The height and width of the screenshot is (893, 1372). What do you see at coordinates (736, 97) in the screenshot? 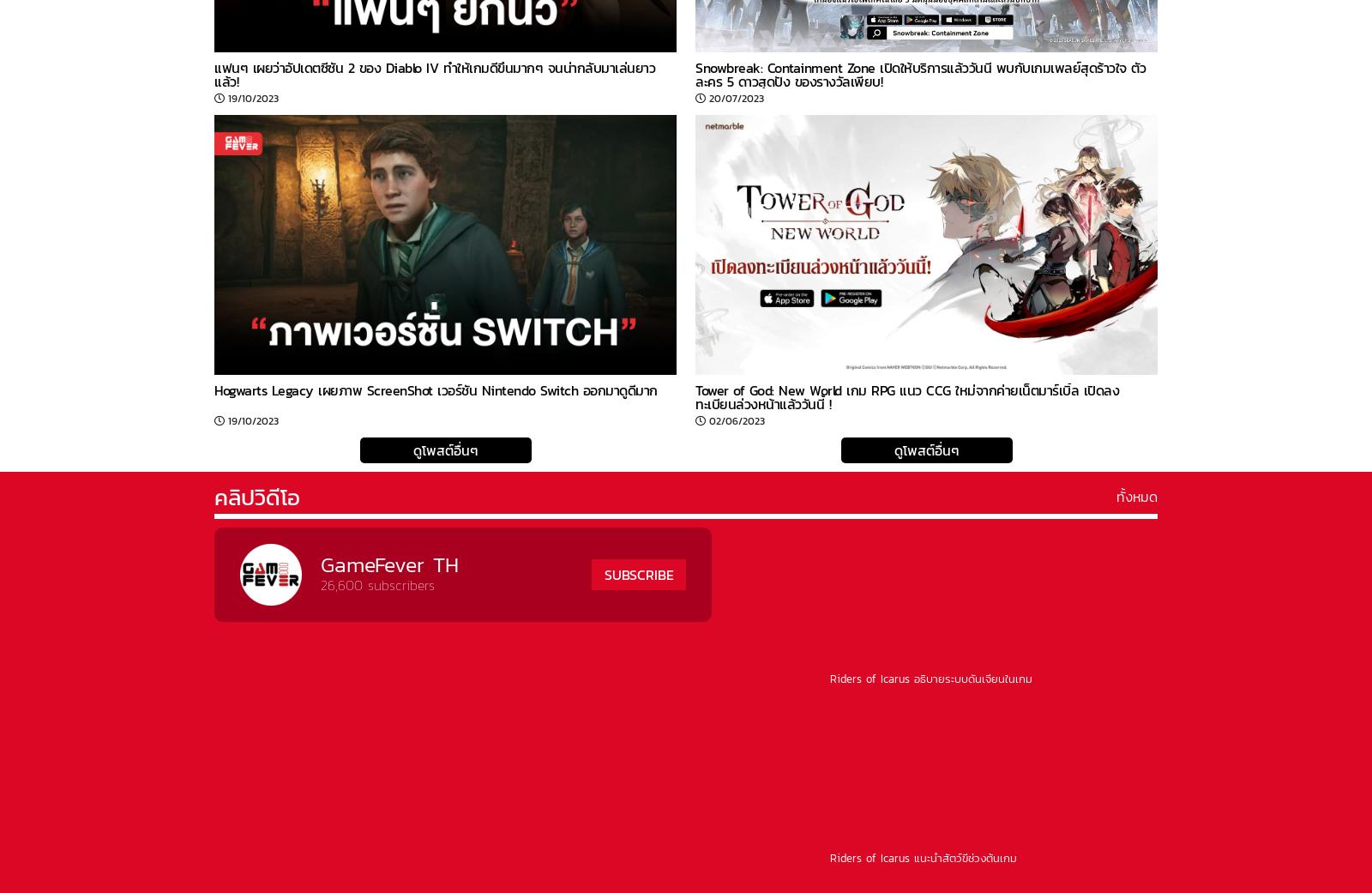
I see `'20/07/2023'` at bounding box center [736, 97].